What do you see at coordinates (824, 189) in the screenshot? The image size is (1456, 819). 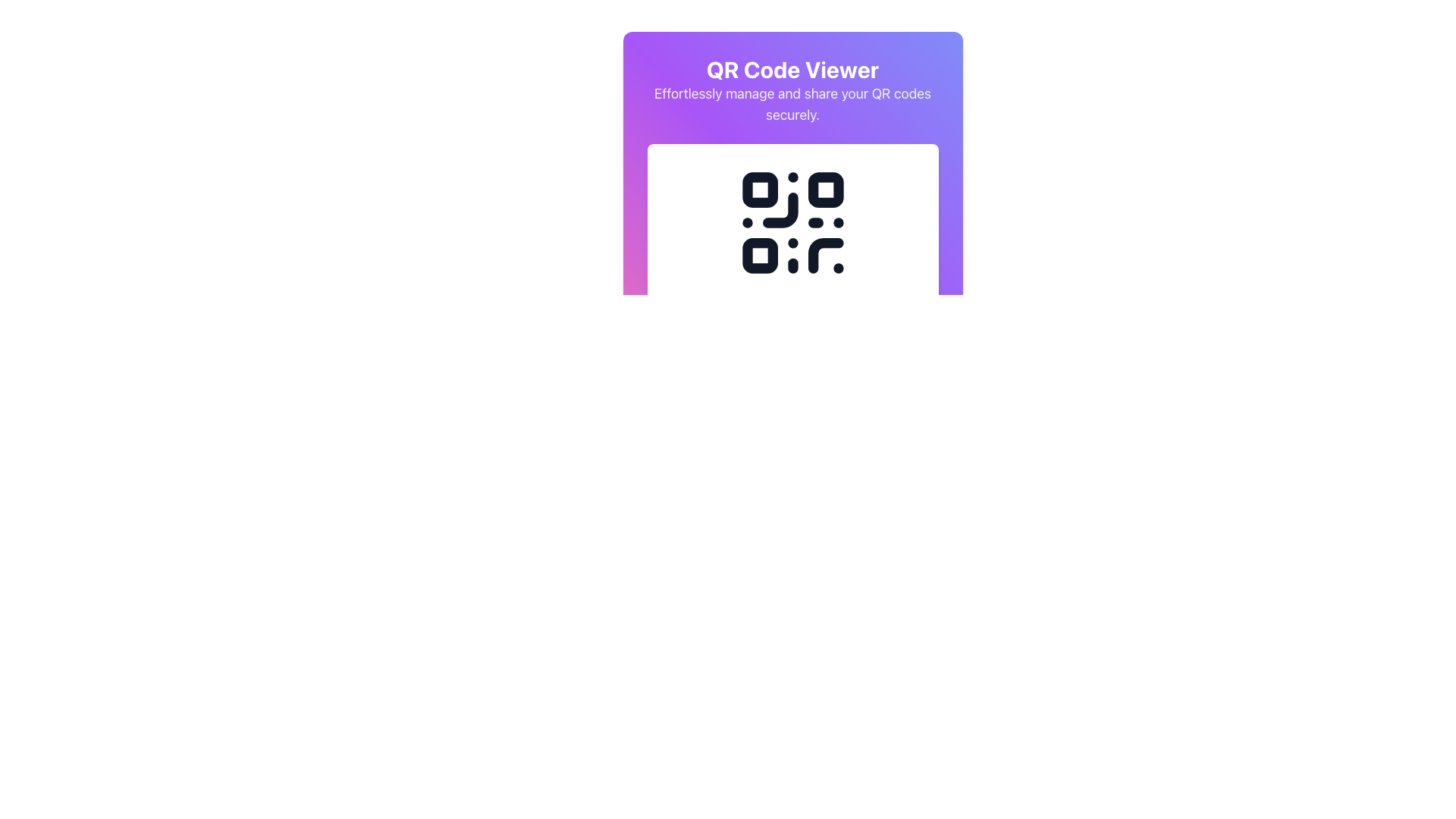 I see `the decorative component of the QR code, which is a small square with rounded corners displayed in white on a dark background, located in the top-right corner of the QR code pattern` at bounding box center [824, 189].